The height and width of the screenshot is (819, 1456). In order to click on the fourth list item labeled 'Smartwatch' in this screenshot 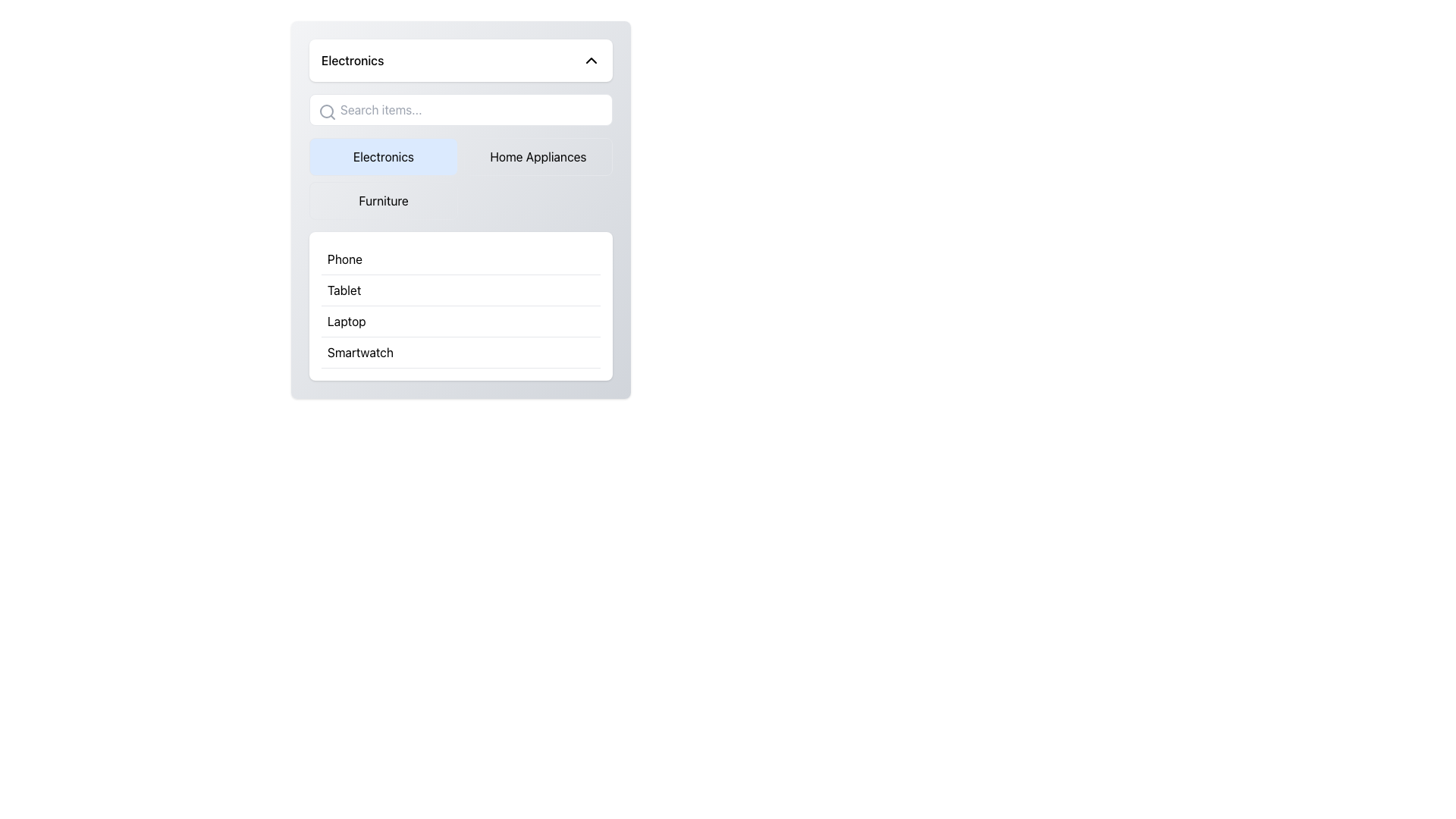, I will do `click(460, 353)`.